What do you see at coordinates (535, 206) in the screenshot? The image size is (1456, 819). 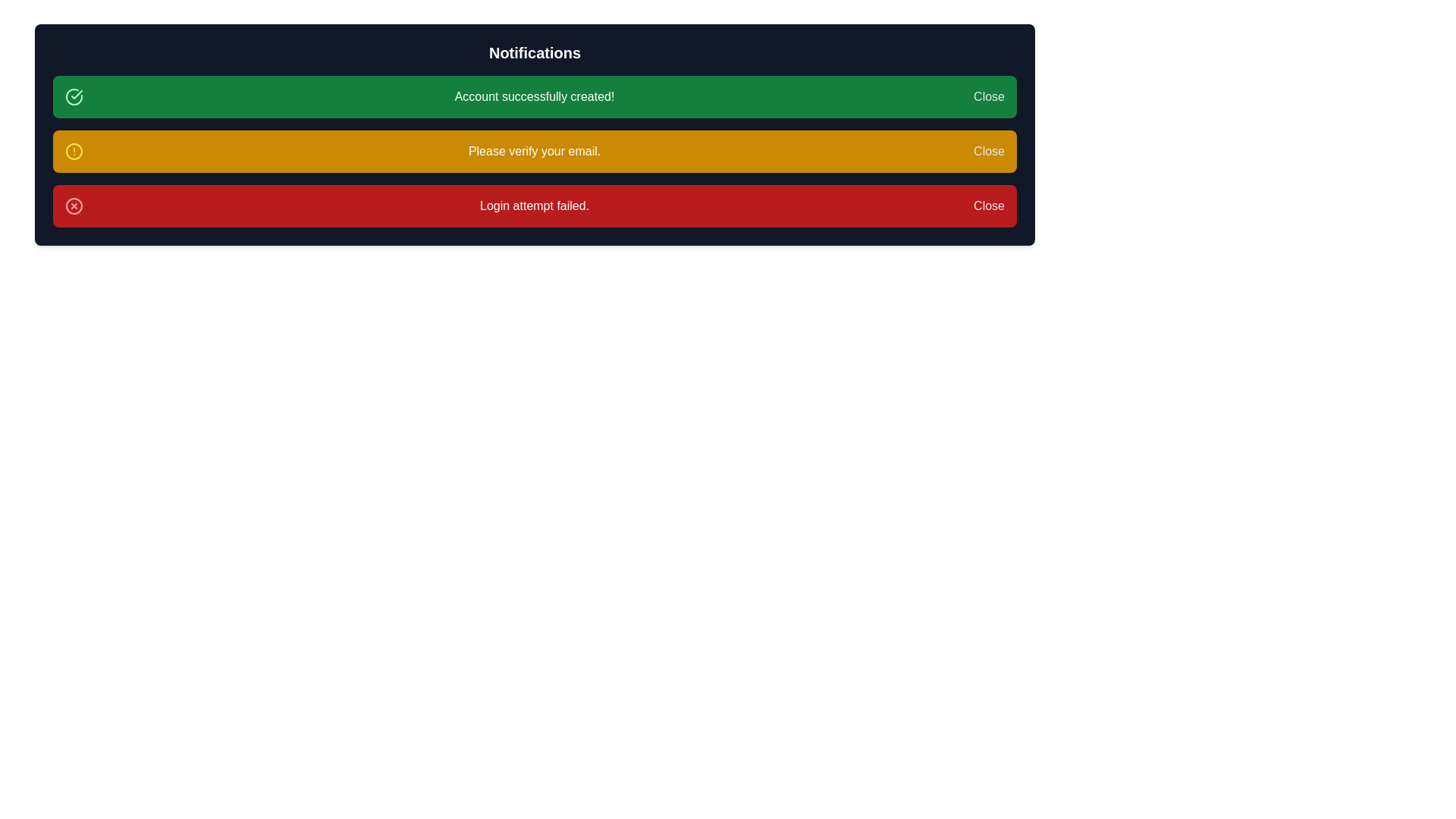 I see `error message displayed in bold text stating 'Login attempt failed.' located in the last notification block with a red background` at bounding box center [535, 206].